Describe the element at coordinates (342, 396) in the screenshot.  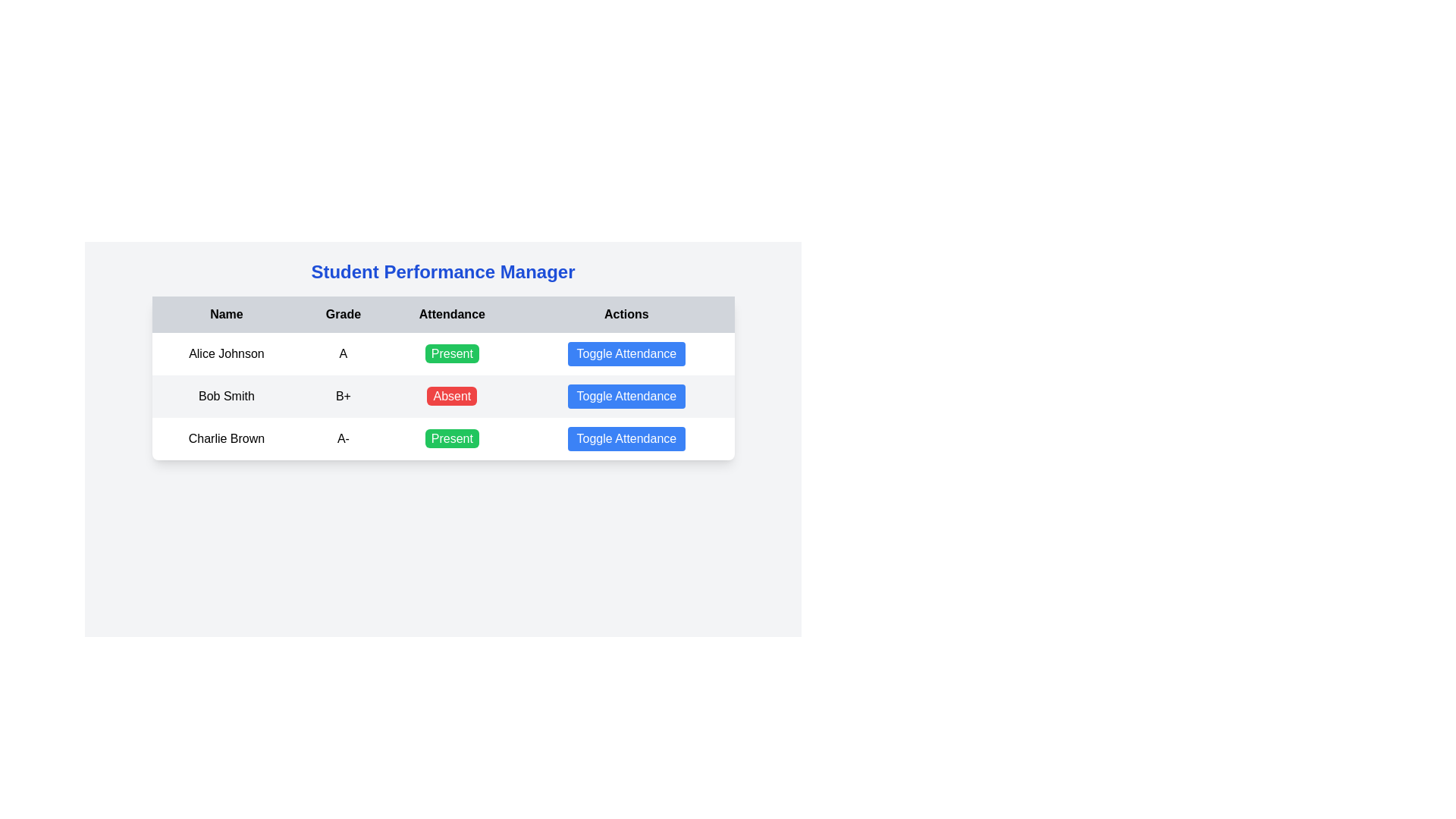
I see `the 'B+' text label element styled in bold font, located in the second row under the 'Grade' column associated with 'Bob Smith'` at that location.